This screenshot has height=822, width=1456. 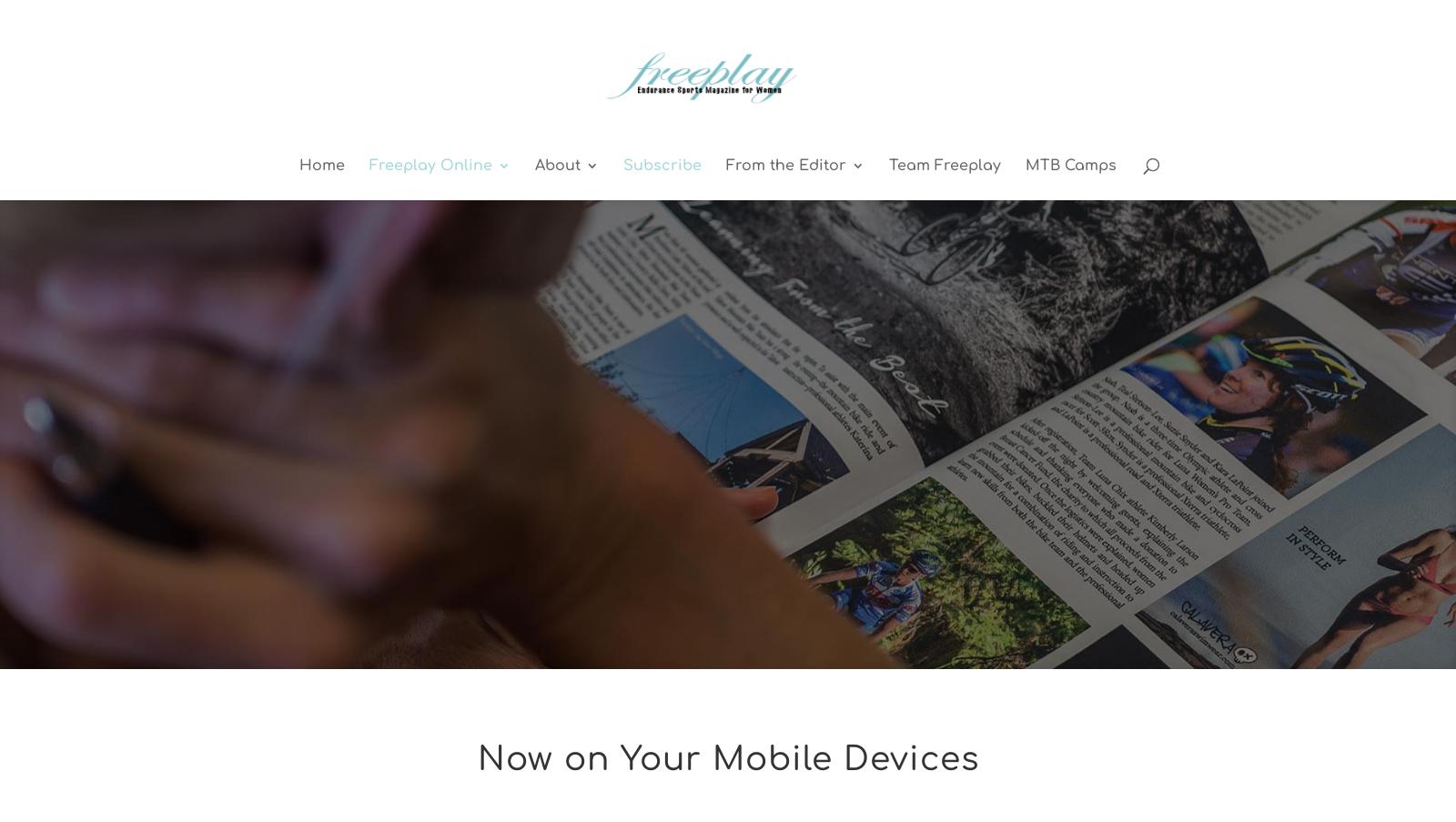 What do you see at coordinates (824, 301) in the screenshot?
I see `'About Stephanie'` at bounding box center [824, 301].